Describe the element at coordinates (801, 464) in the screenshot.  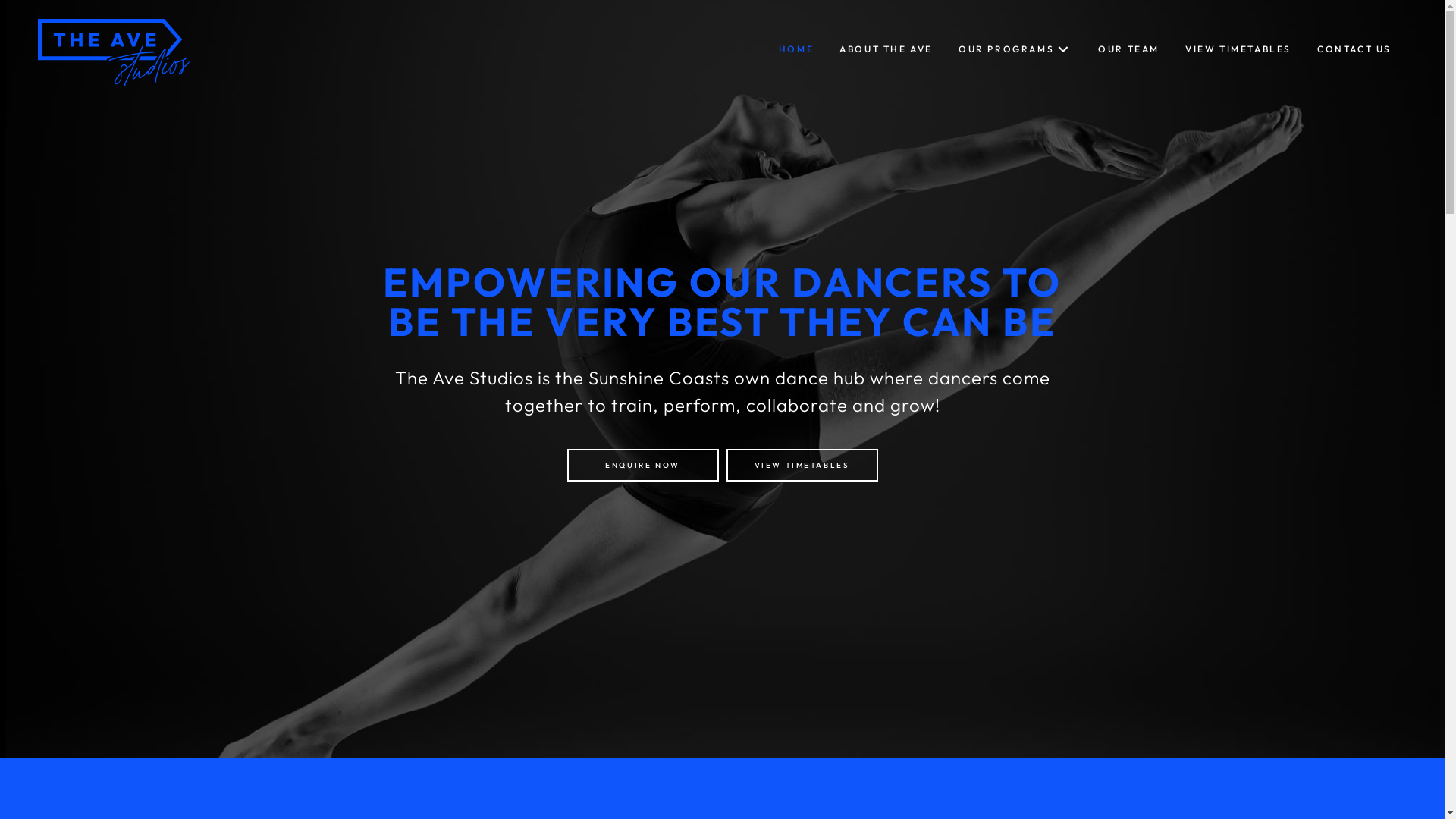
I see `'VIEW TIMETABLES'` at that location.